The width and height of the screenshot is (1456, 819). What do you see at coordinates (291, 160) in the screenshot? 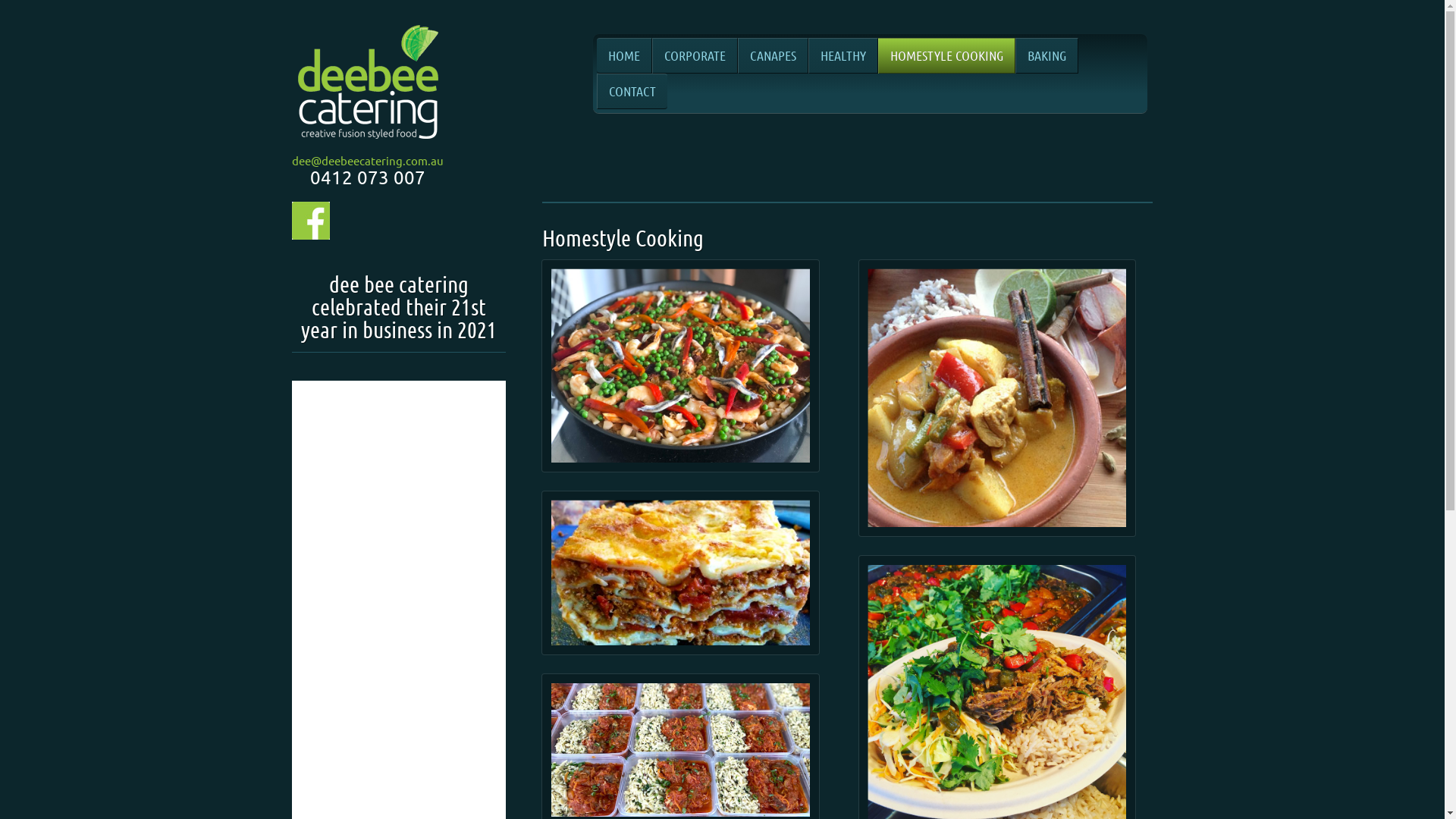
I see `'dee@deebeecatering.com.au'` at bounding box center [291, 160].